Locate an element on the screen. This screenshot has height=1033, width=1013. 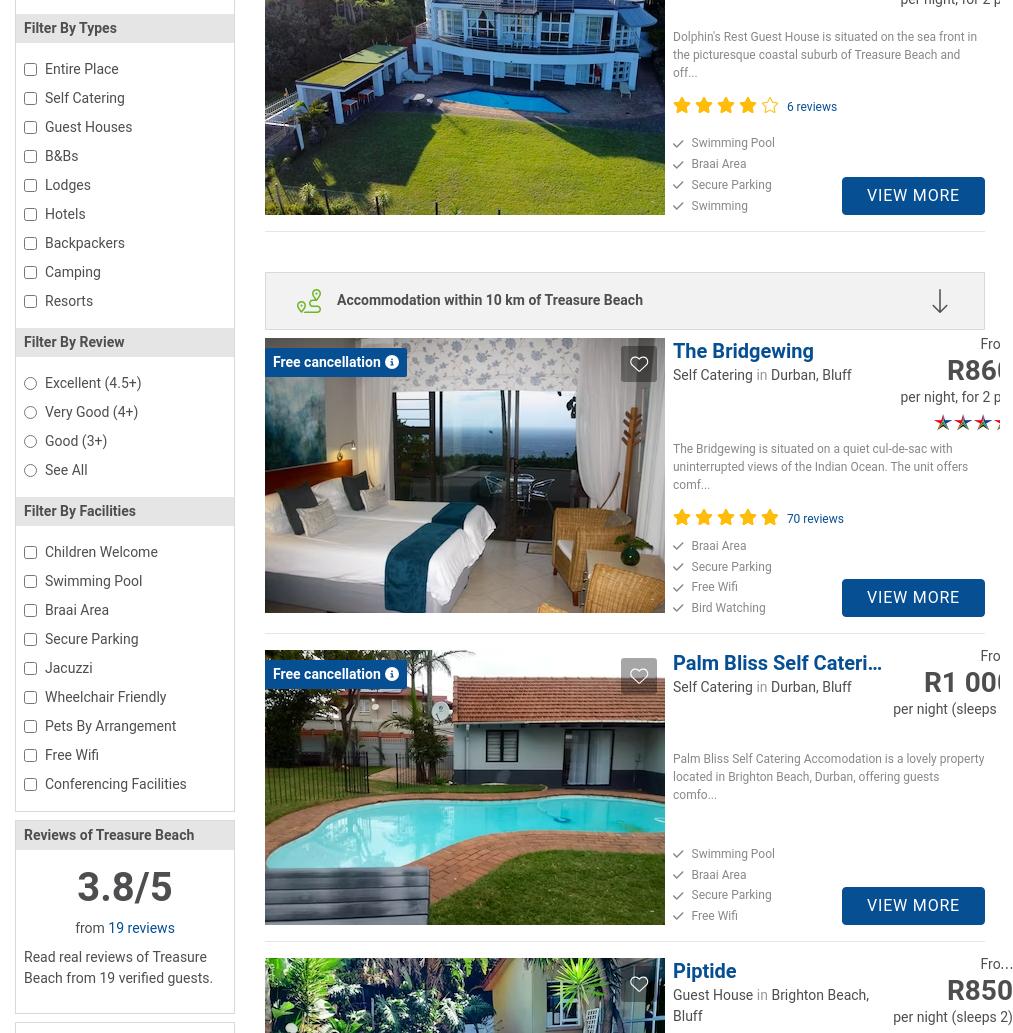
'Accommodation within 10 km of Treasure Beach' is located at coordinates (337, 298).